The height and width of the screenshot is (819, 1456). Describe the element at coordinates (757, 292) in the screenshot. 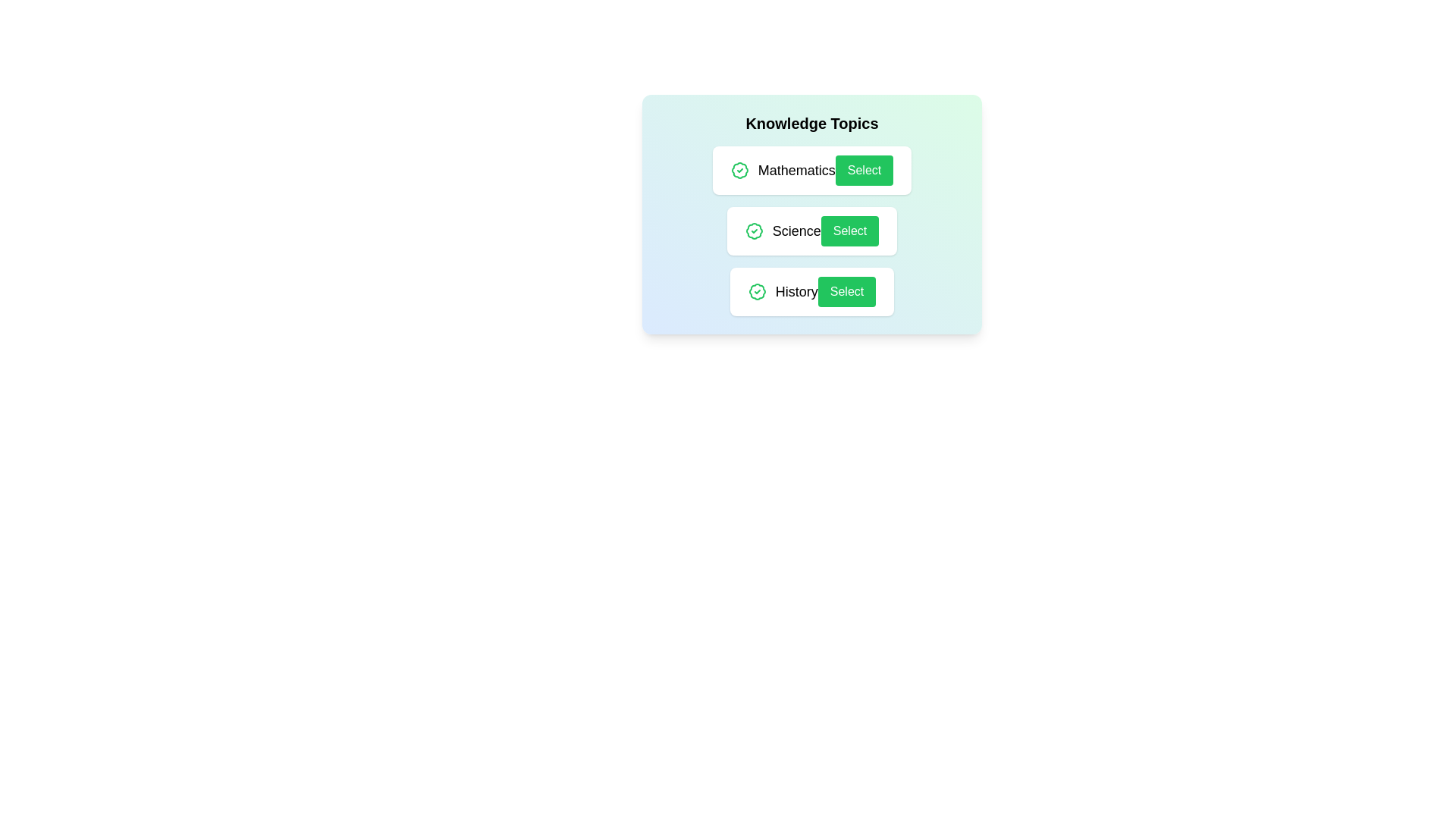

I see `the badge icon next to the topic History` at that location.